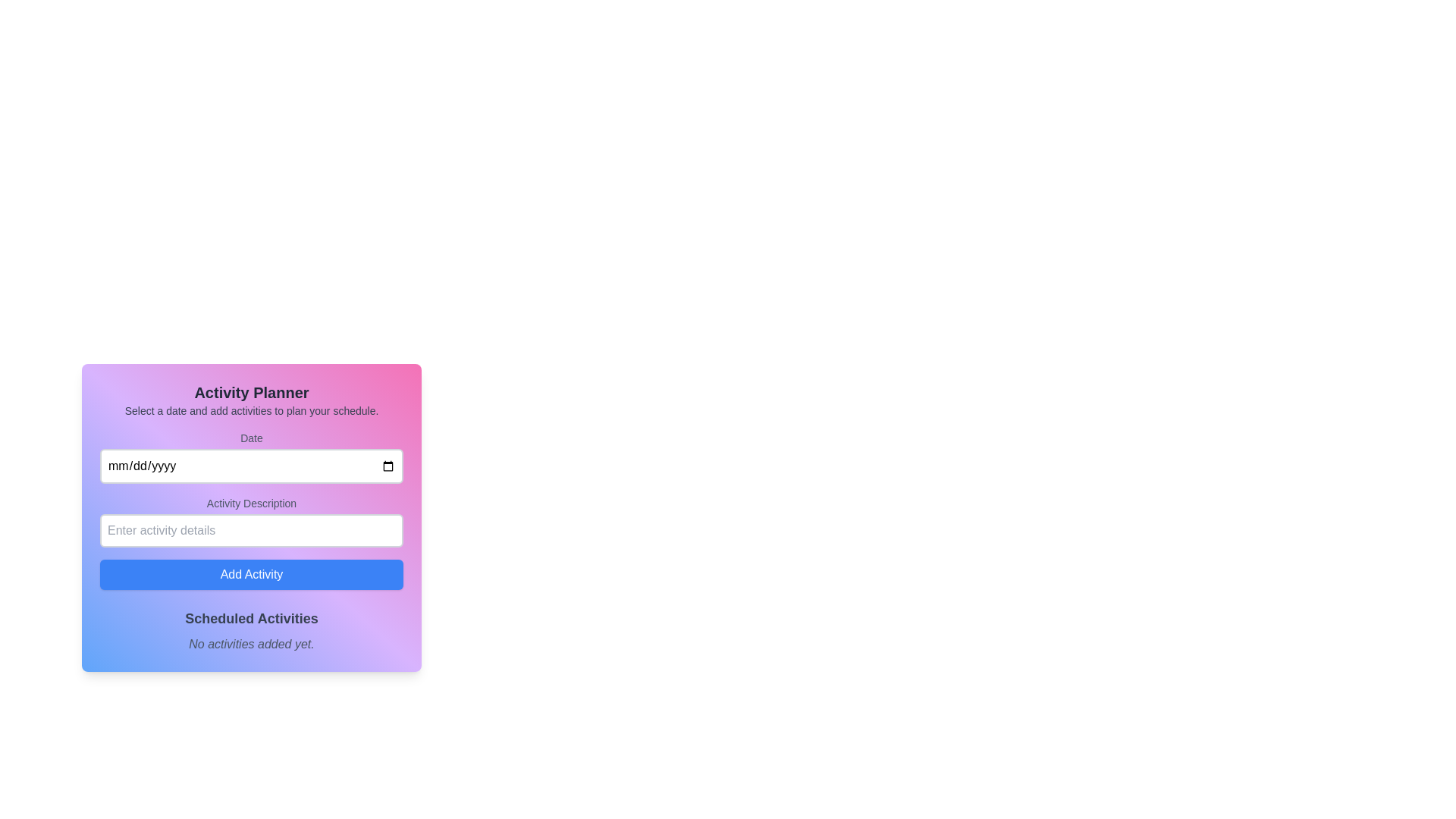  I want to click on the label that provides context for the input field below it, which is positioned directly above the text input box with the placeholder 'Enter activity details', so click(251, 503).